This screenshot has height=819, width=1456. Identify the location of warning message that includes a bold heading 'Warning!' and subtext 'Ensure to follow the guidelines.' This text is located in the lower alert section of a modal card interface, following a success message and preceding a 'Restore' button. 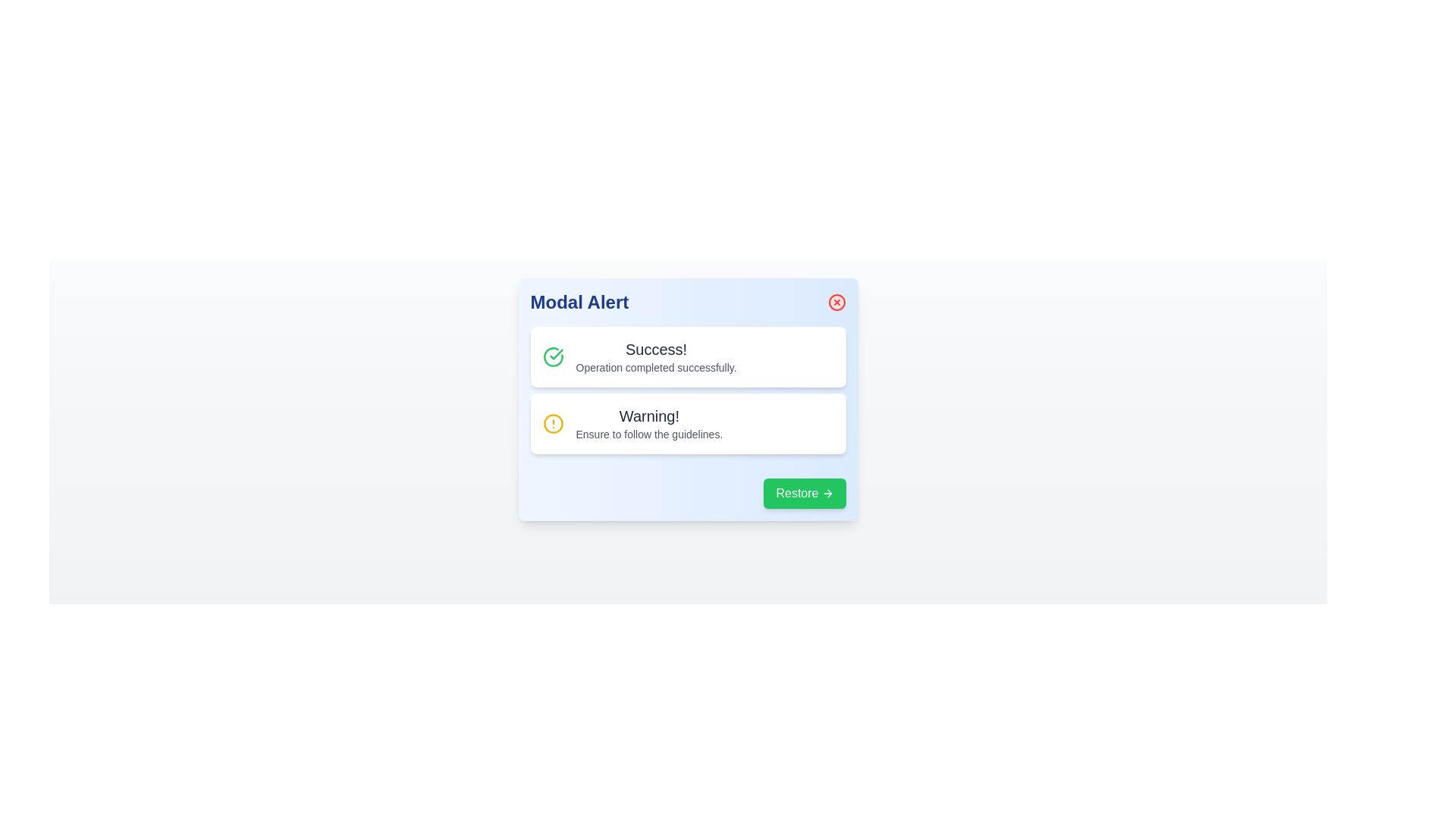
(649, 424).